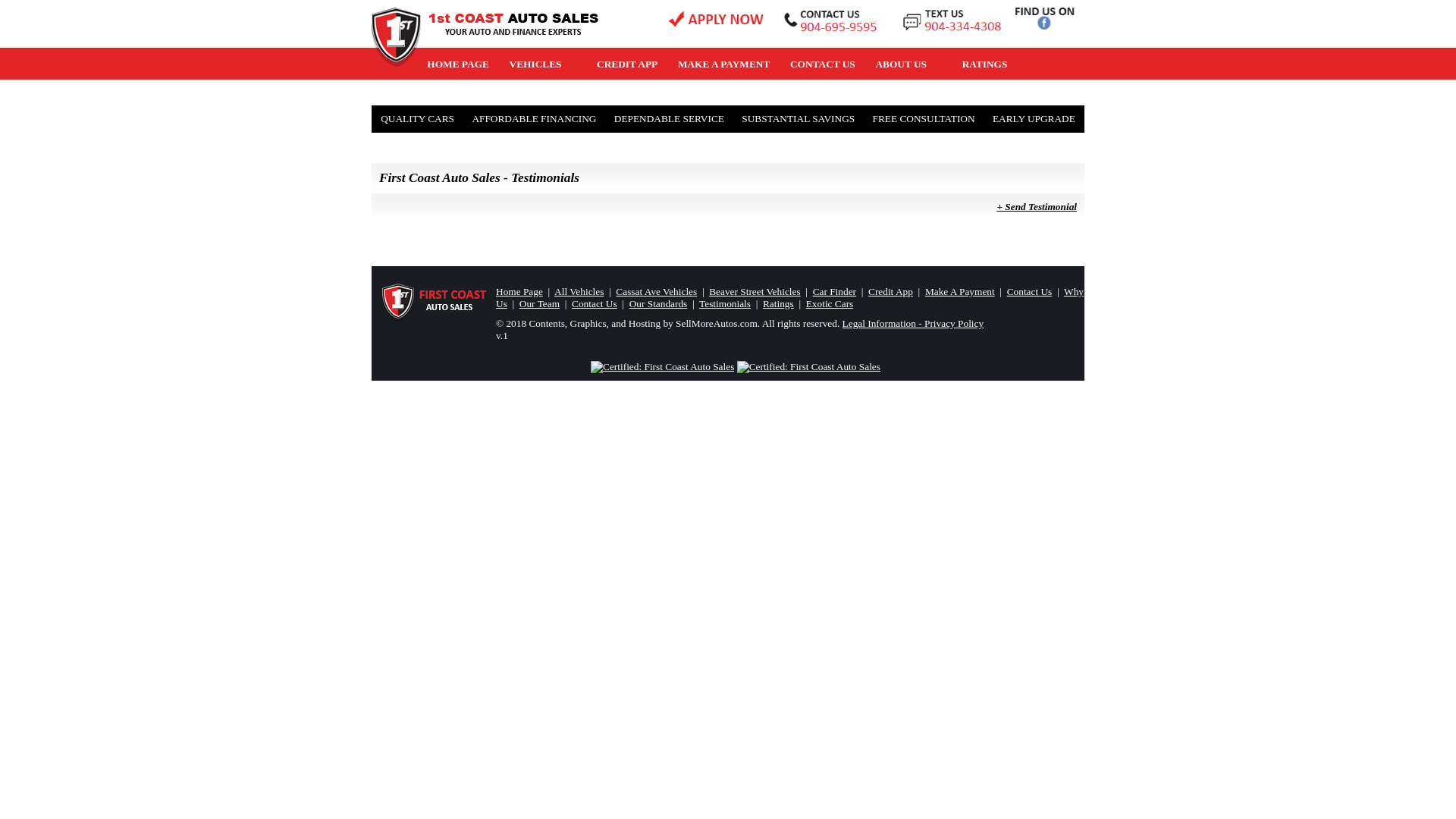  Describe the element at coordinates (890, 291) in the screenshot. I see `'Credit App'` at that location.